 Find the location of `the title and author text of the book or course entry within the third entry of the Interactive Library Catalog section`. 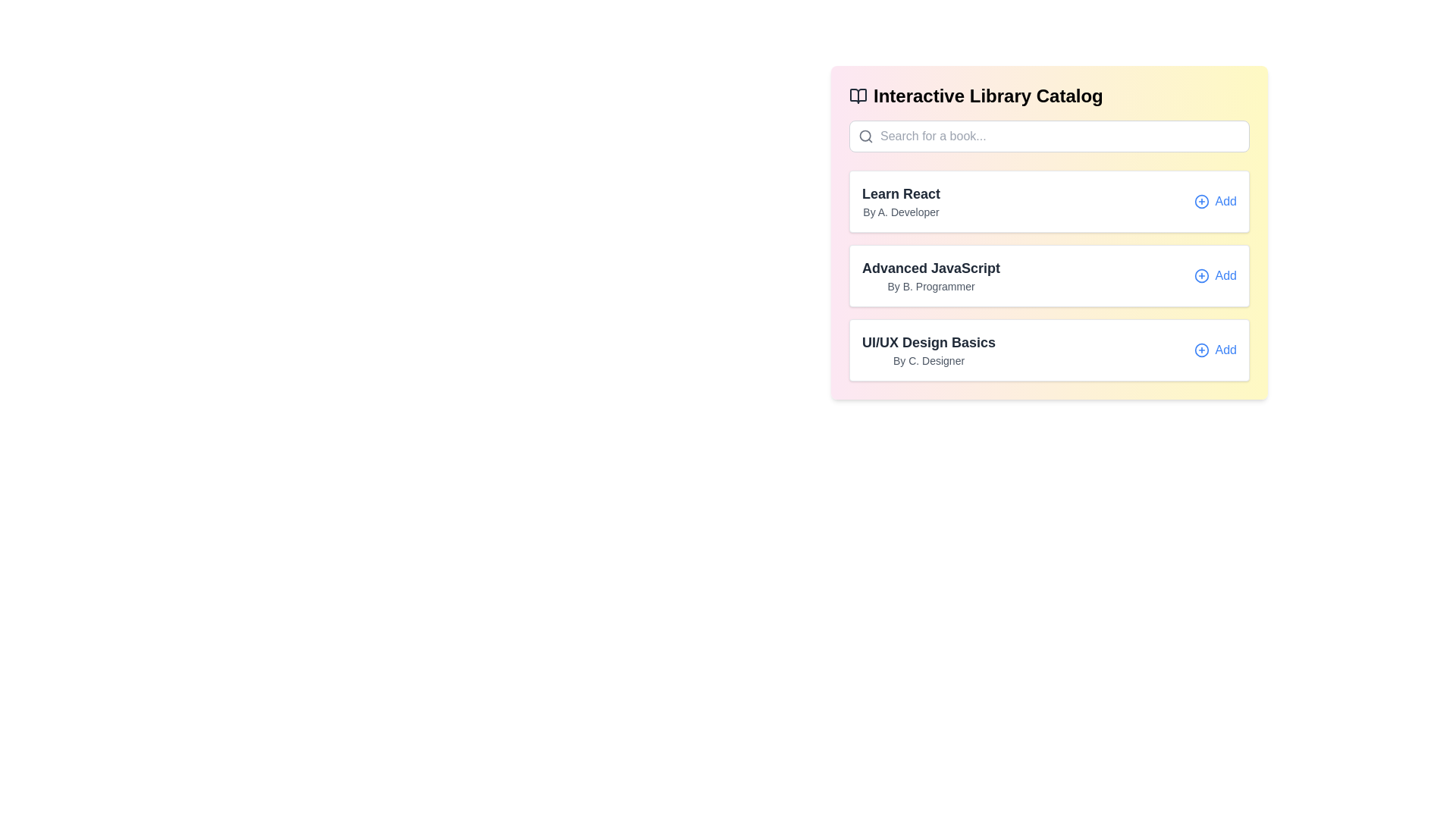

the title and author text of the book or course entry within the third entry of the Interactive Library Catalog section is located at coordinates (927, 350).